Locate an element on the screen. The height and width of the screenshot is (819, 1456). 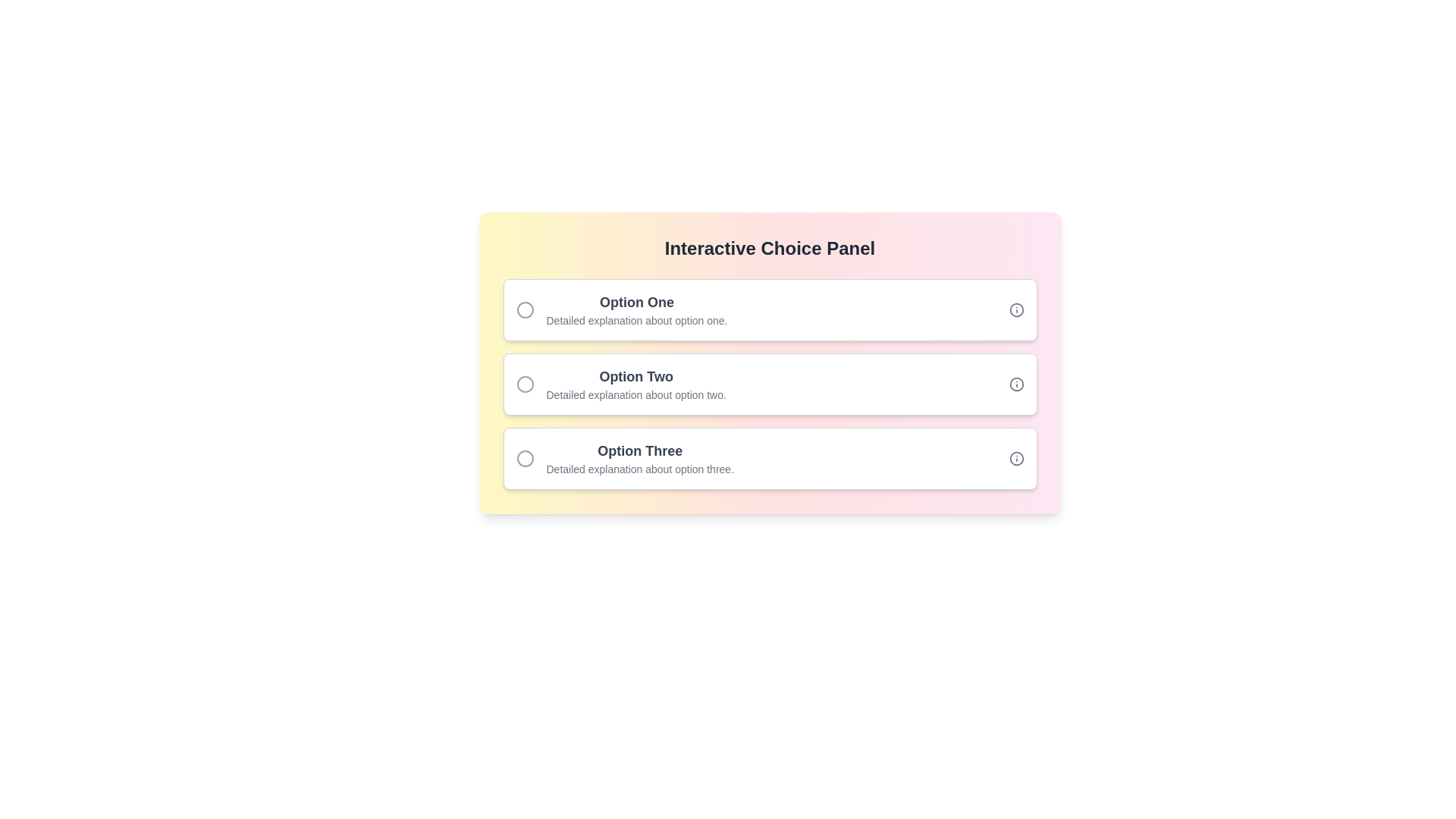
the radio button for 'Option One' is located at coordinates (525, 309).